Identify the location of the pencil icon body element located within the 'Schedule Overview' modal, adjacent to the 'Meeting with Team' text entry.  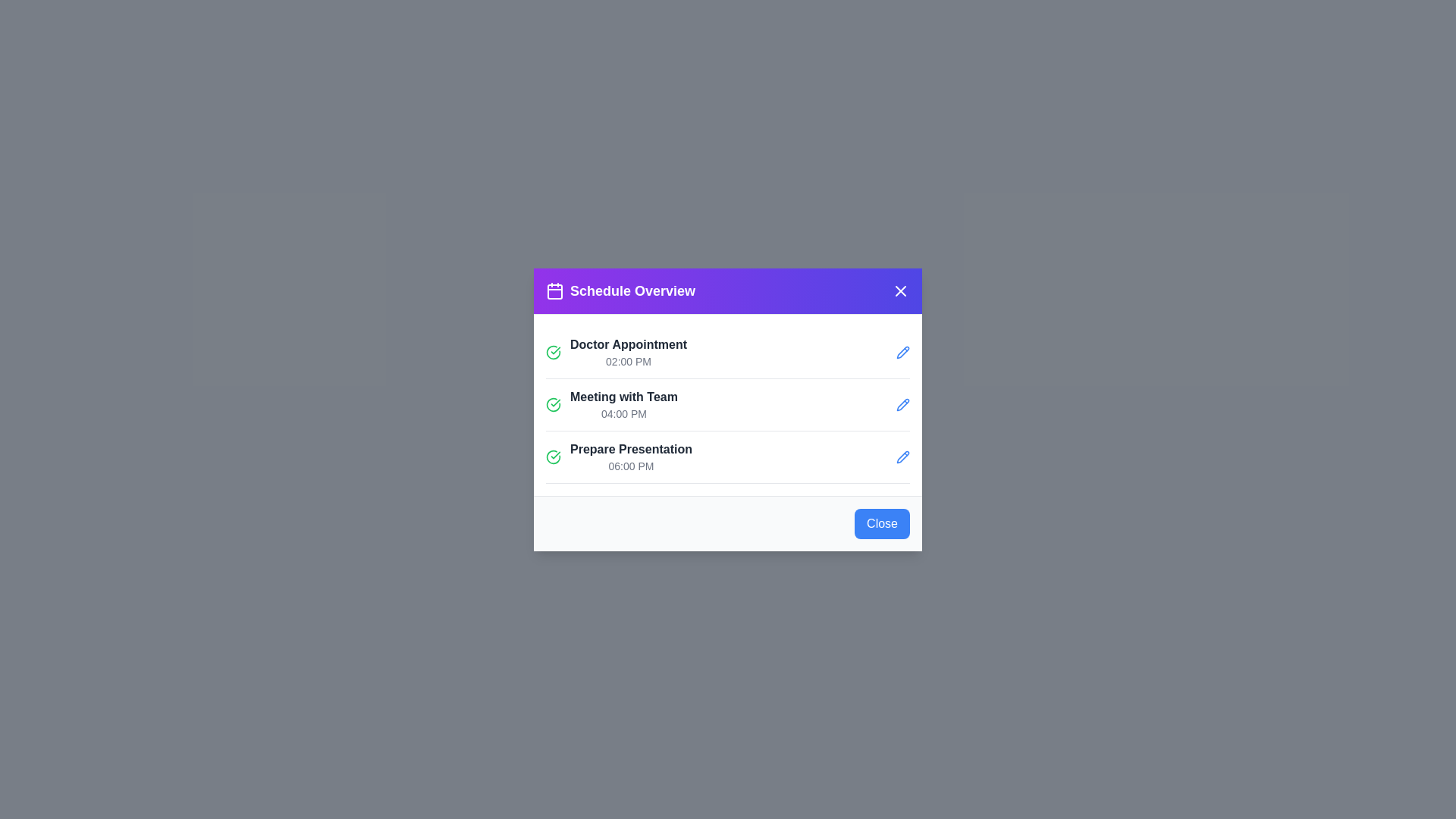
(902, 403).